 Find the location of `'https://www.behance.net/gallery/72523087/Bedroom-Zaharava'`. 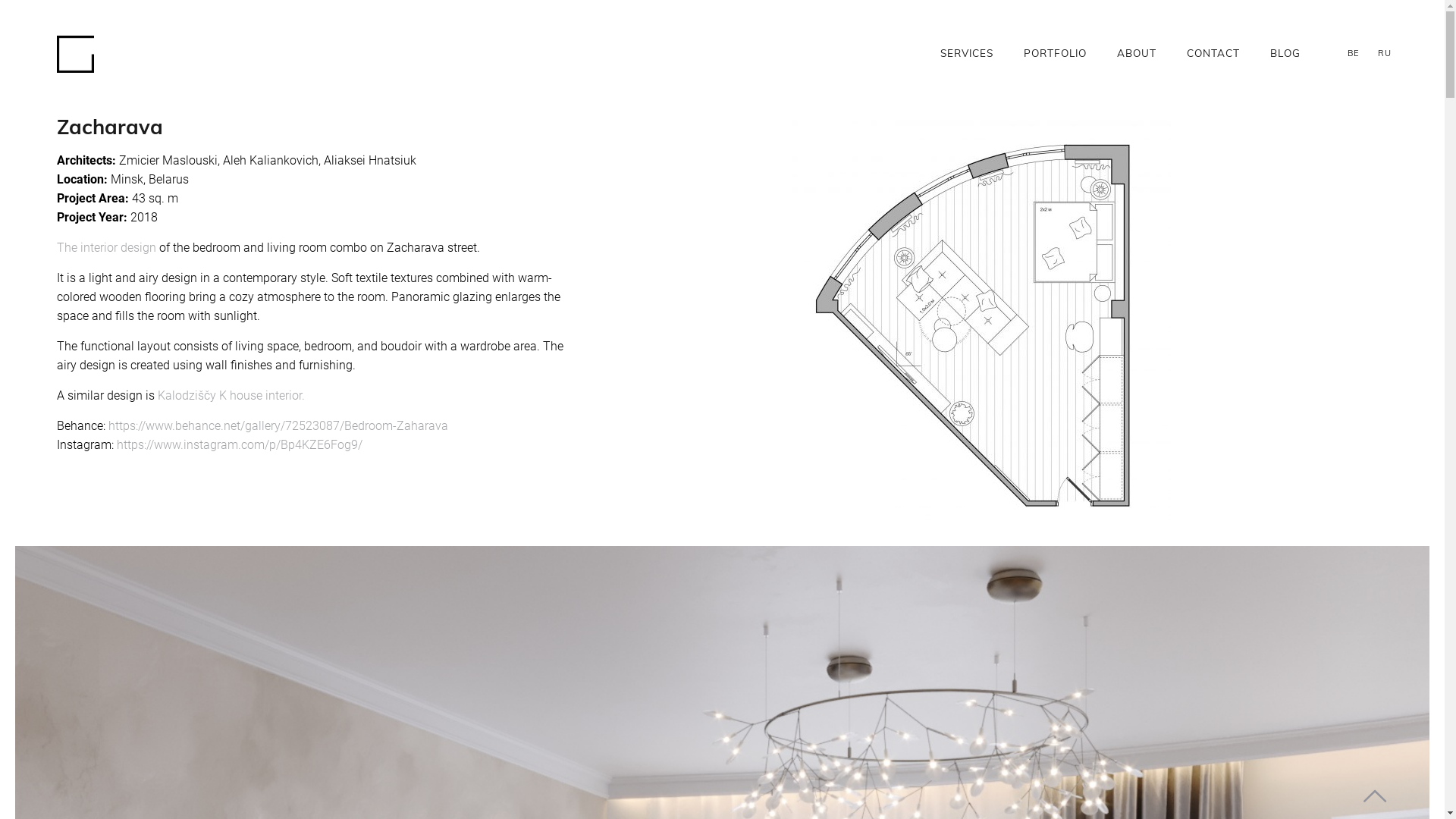

'https://www.behance.net/gallery/72523087/Bedroom-Zaharava' is located at coordinates (278, 425).